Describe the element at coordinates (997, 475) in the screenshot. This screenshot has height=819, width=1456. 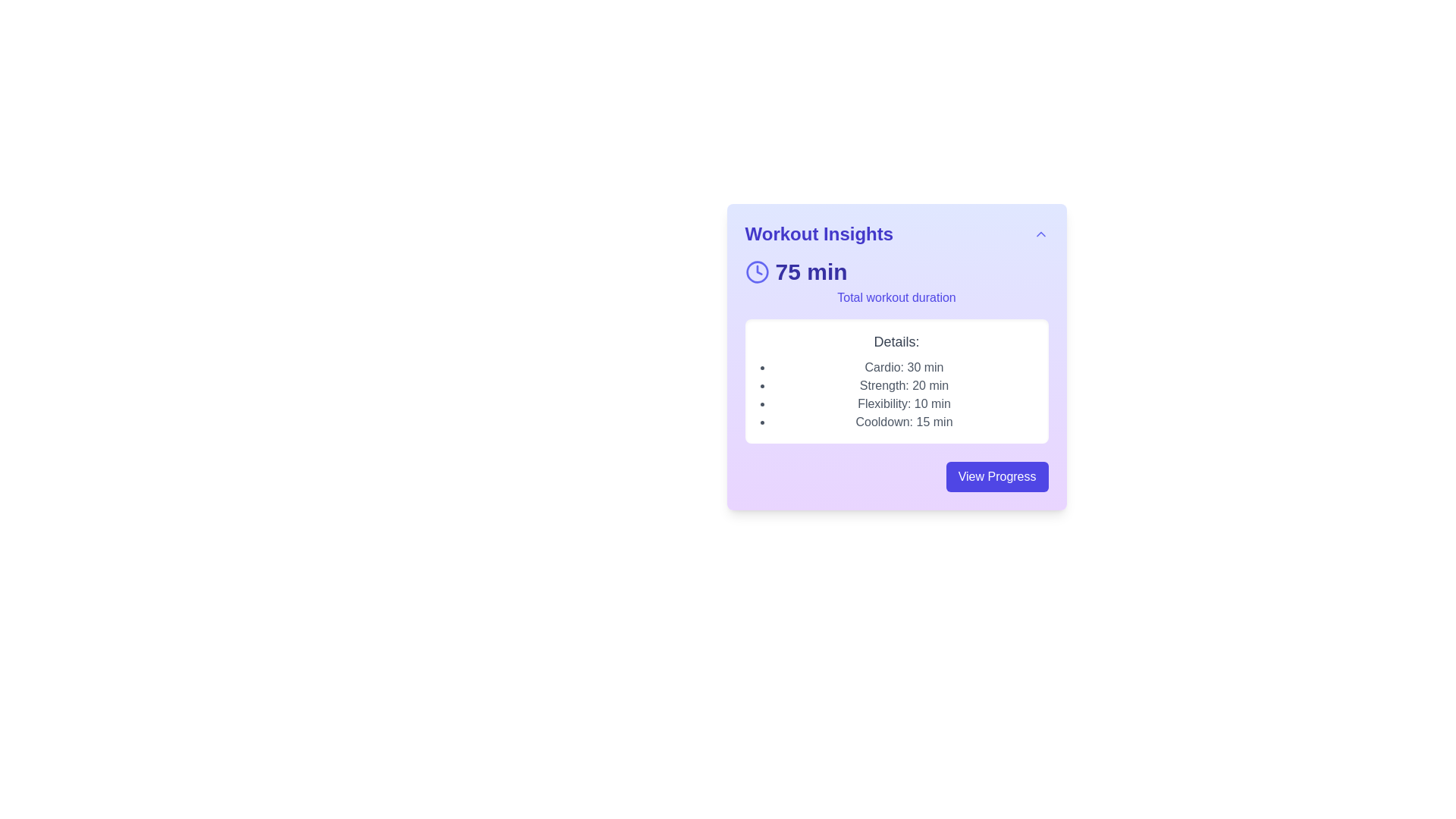
I see `the button located at the bottom-right corner of the 'Workout Insights' card` at that location.